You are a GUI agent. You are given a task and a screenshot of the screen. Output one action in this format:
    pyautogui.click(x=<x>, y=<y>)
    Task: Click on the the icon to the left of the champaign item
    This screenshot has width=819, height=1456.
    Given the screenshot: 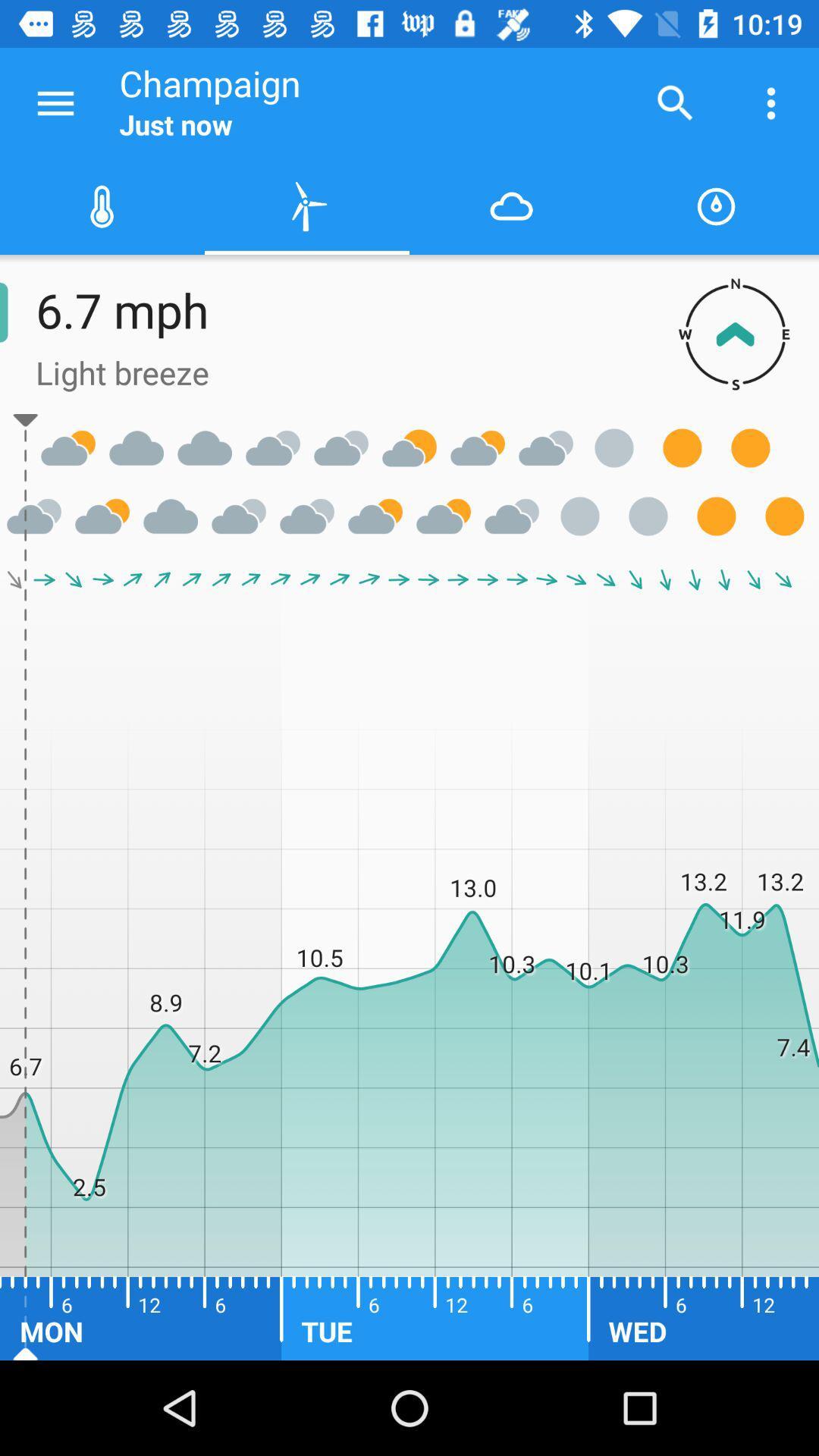 What is the action you would take?
    pyautogui.click(x=55, y=102)
    